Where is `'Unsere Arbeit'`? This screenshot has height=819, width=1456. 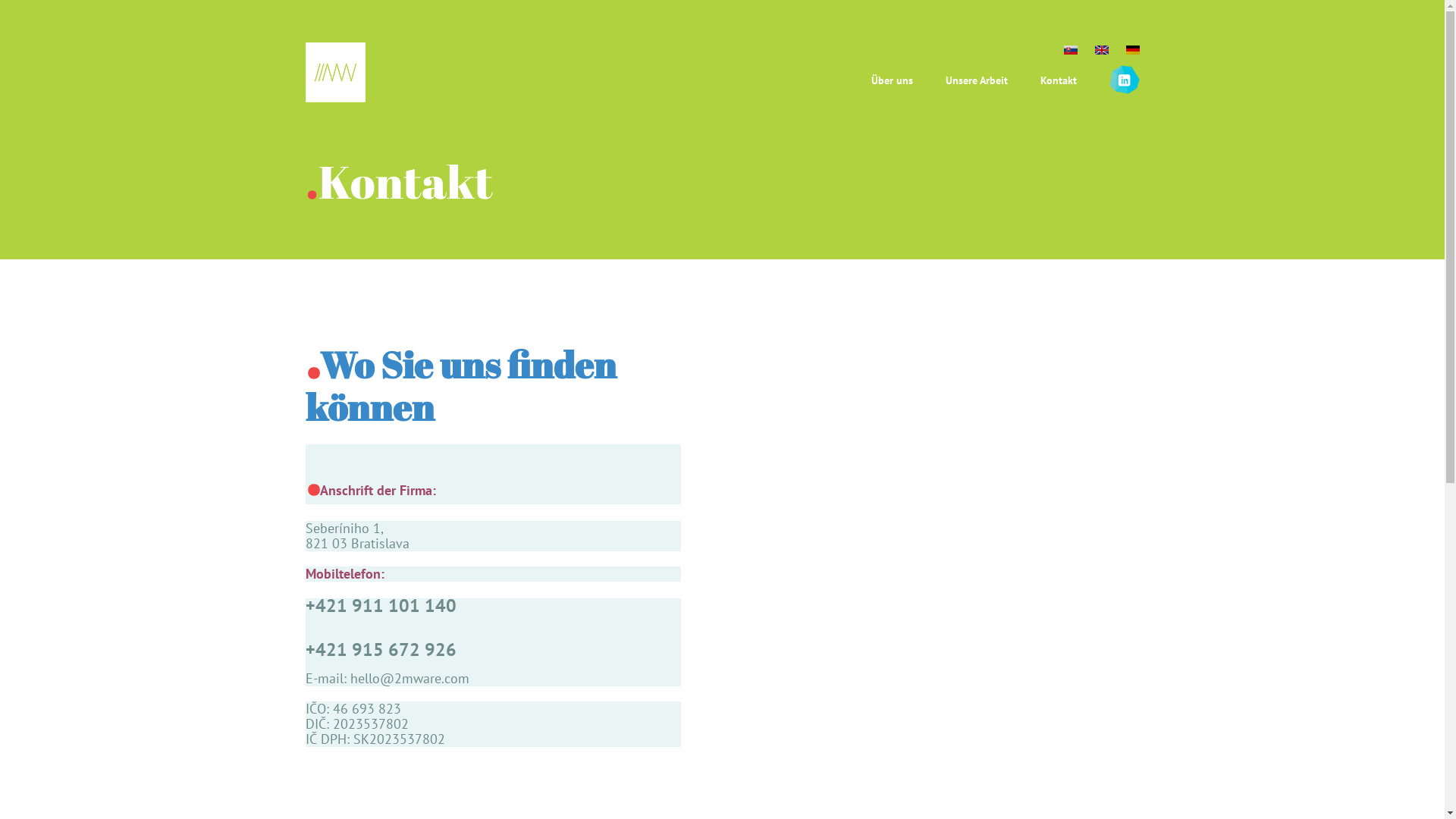 'Unsere Arbeit' is located at coordinates (944, 80).